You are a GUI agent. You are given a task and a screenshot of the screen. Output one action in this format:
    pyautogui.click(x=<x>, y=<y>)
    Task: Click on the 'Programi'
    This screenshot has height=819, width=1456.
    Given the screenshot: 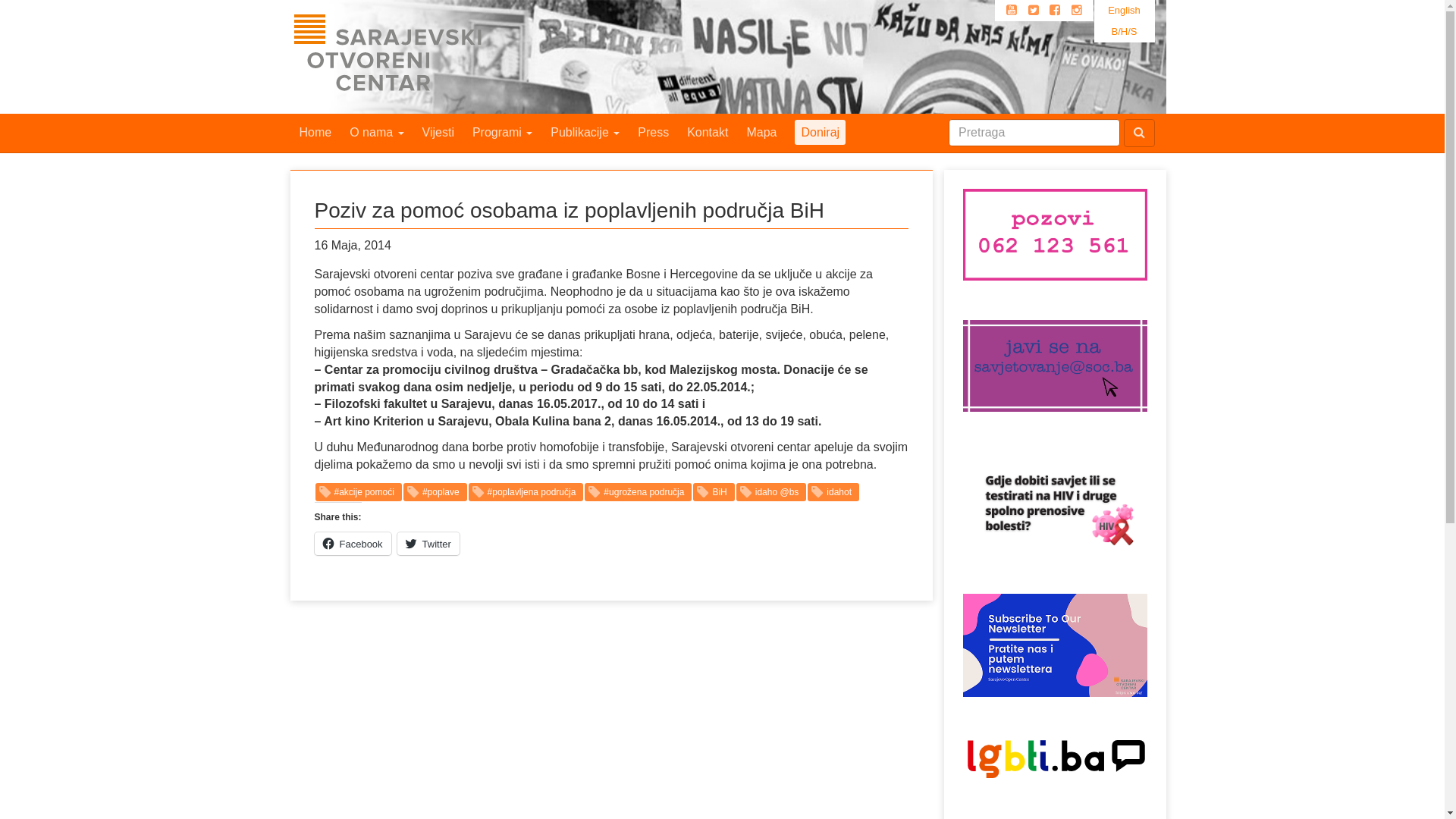 What is the action you would take?
    pyautogui.click(x=502, y=131)
    